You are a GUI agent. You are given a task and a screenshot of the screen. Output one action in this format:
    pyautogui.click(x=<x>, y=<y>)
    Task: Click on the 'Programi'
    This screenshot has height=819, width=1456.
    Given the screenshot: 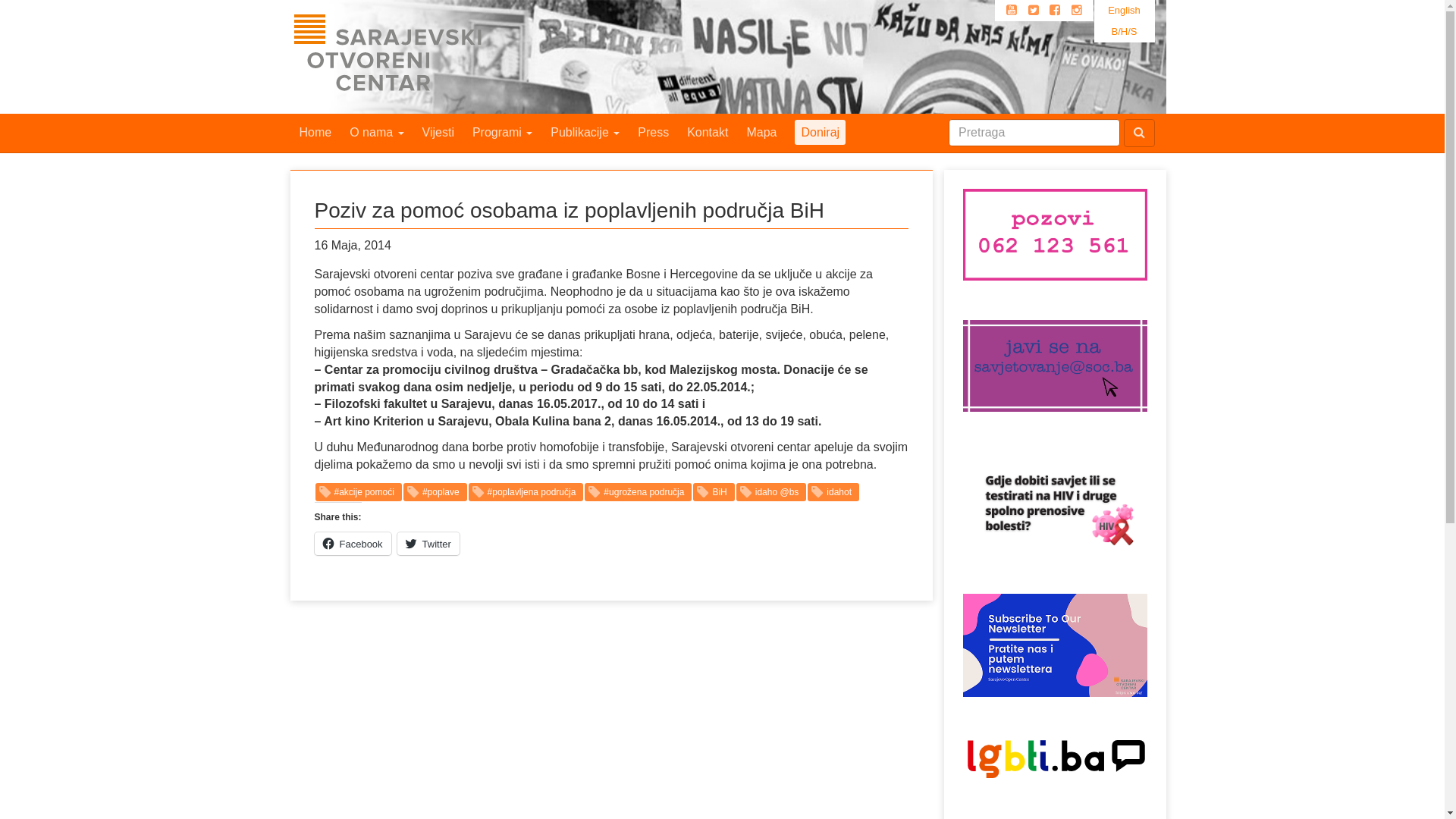 What is the action you would take?
    pyautogui.click(x=502, y=131)
    